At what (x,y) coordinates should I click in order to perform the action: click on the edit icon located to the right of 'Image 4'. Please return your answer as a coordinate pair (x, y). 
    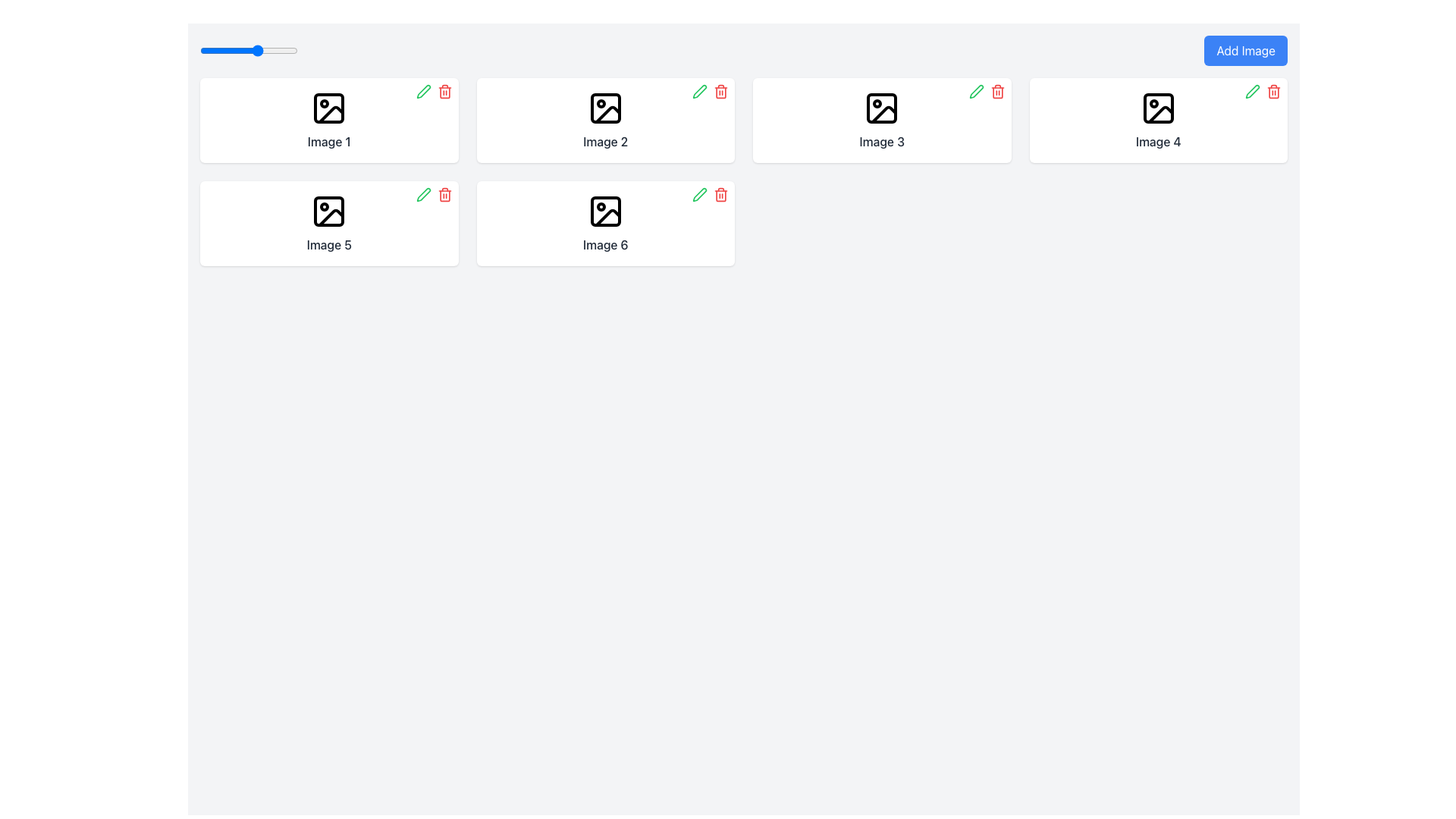
    Looking at the image, I should click on (1252, 90).